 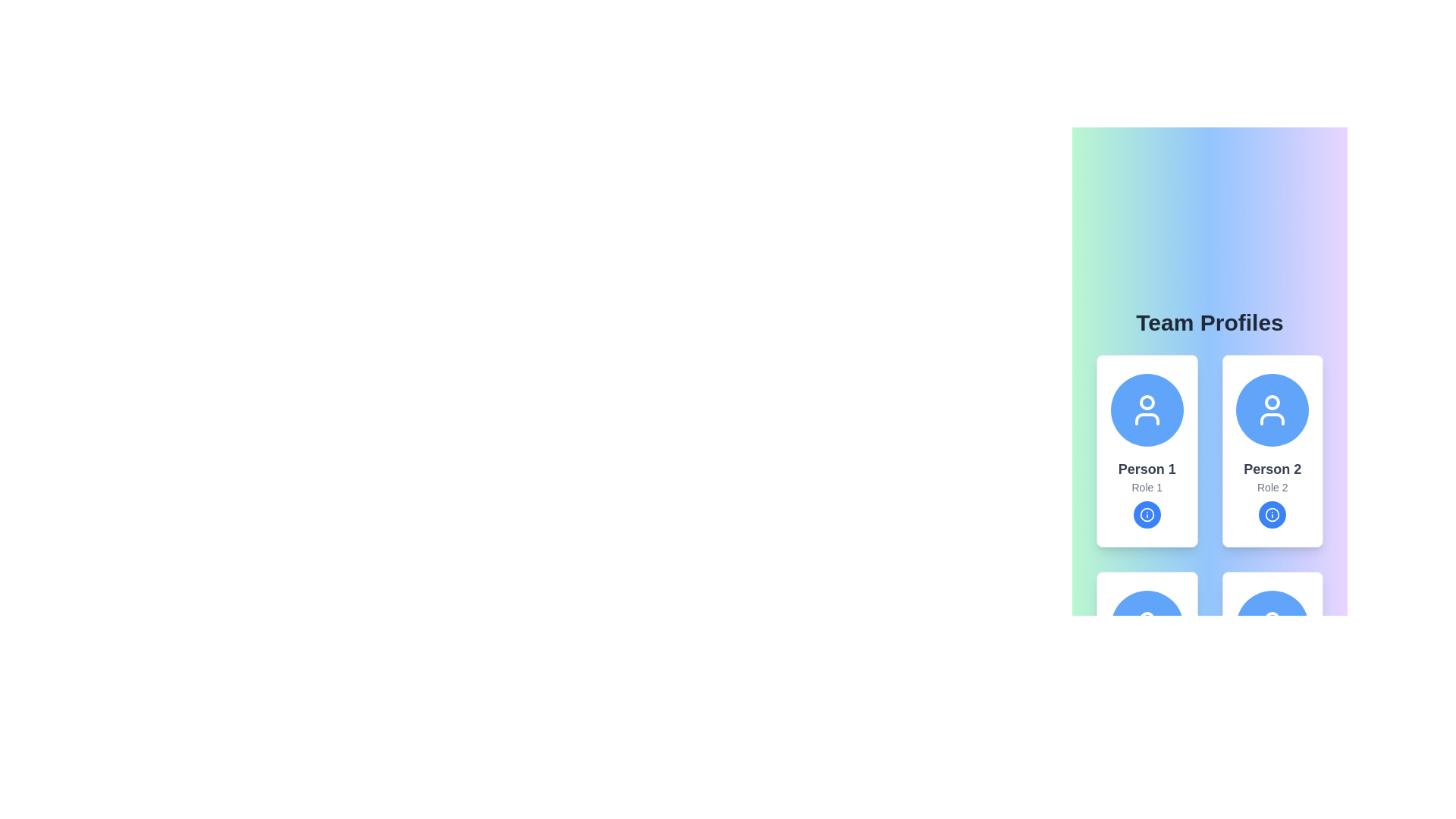 What do you see at coordinates (1272, 513) in the screenshot?
I see `the button at the bottom center of the card representing 'Person 2'` at bounding box center [1272, 513].